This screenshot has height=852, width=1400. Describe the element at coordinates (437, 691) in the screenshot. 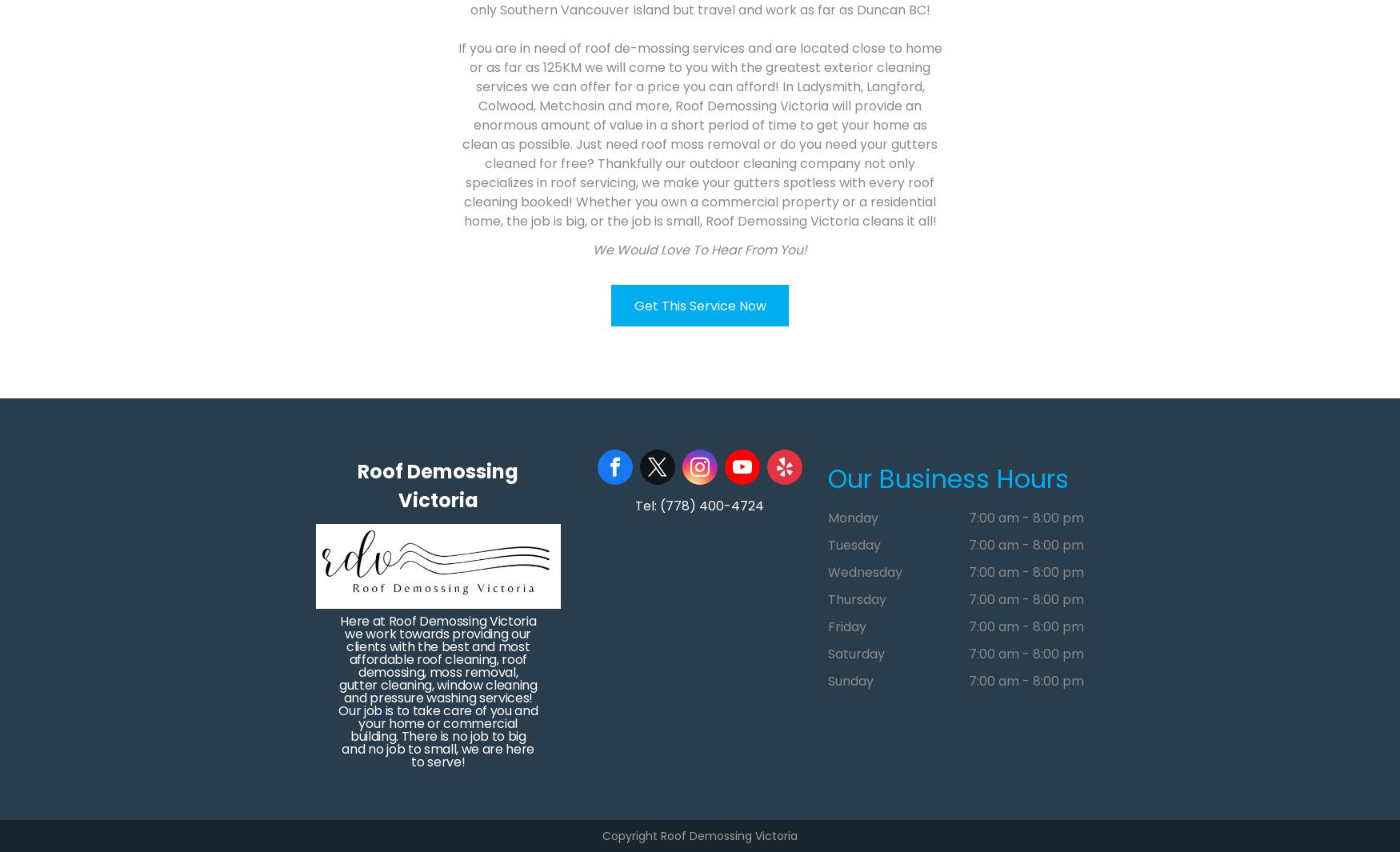

I see `'Here at Roof Demossing Victoria we work towards providing our clients with the best and most affordable roof cleaning, roof demossing, moss removal, gutter cleaning, window cleaning and pressure washing services! Our job is to take care of you and your home or commercial building. There is no job to big and no job to small, we are here to serve!'` at that location.